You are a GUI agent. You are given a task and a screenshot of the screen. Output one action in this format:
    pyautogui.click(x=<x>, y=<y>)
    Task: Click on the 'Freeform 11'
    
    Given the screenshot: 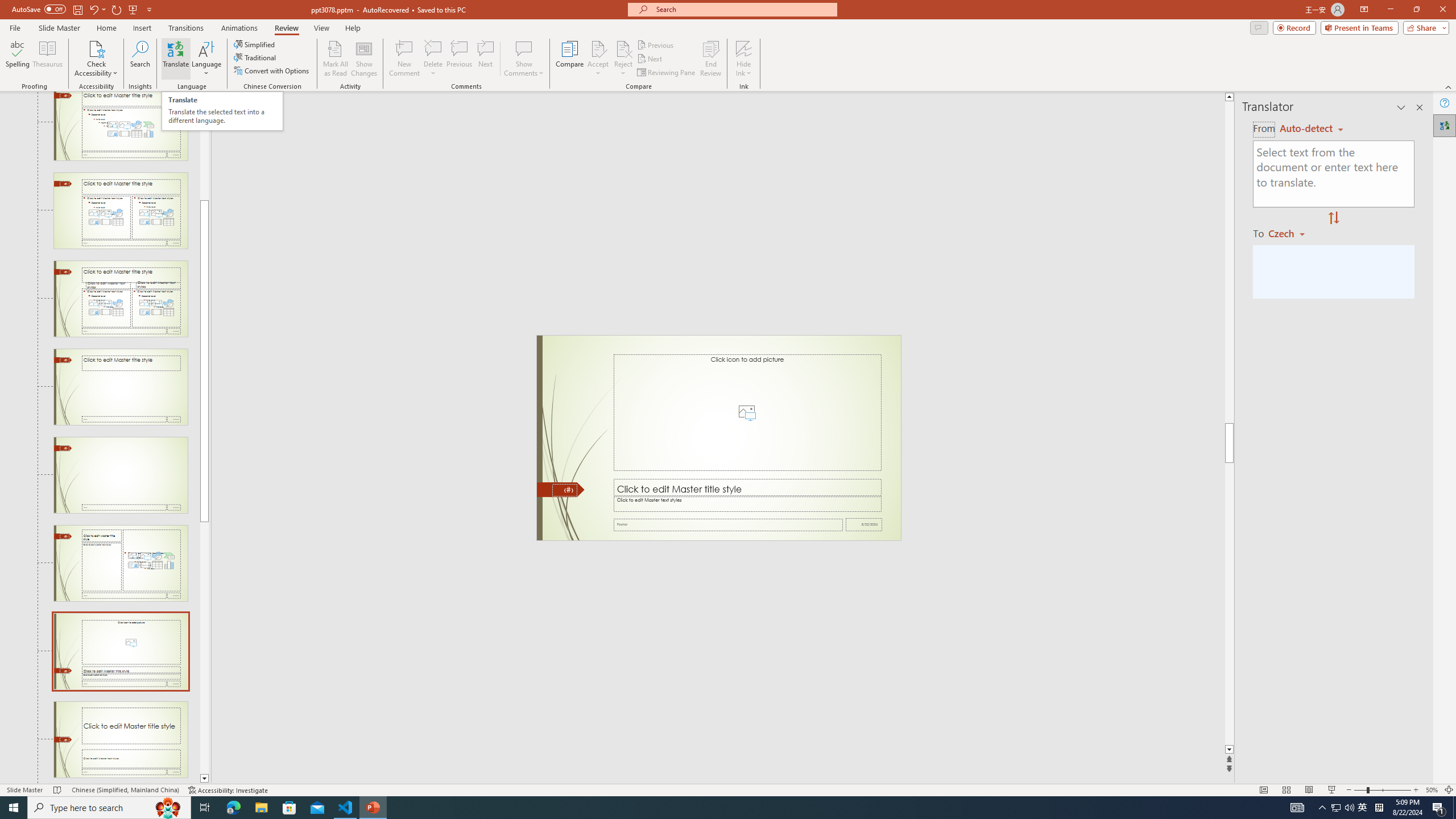 What is the action you would take?
    pyautogui.click(x=561, y=490)
    